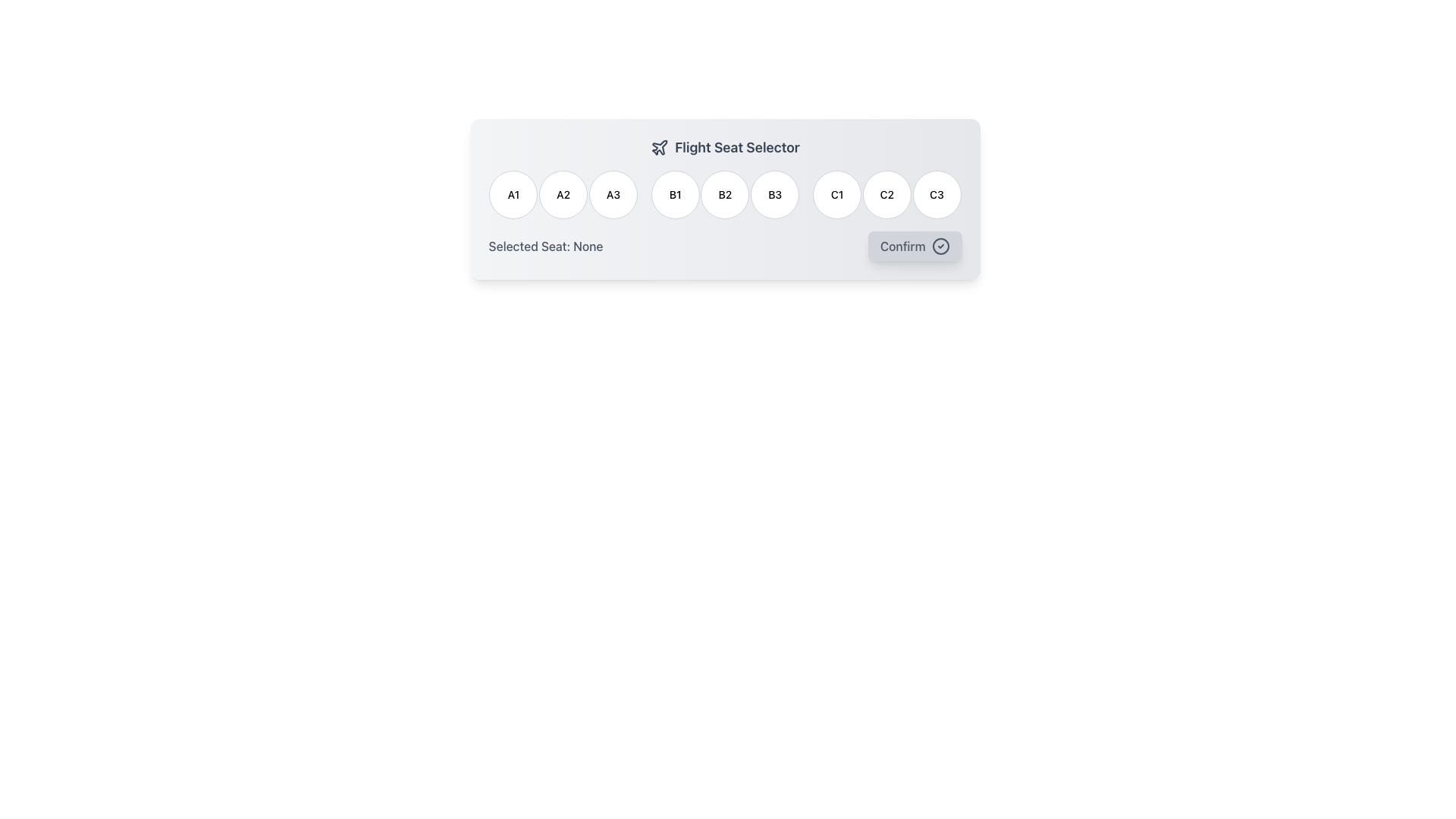 The height and width of the screenshot is (819, 1456). I want to click on the circular checkmark icon located immediately to the right of the 'Confirm' button label, which features a gray outline and a tick mark within, so click(940, 245).